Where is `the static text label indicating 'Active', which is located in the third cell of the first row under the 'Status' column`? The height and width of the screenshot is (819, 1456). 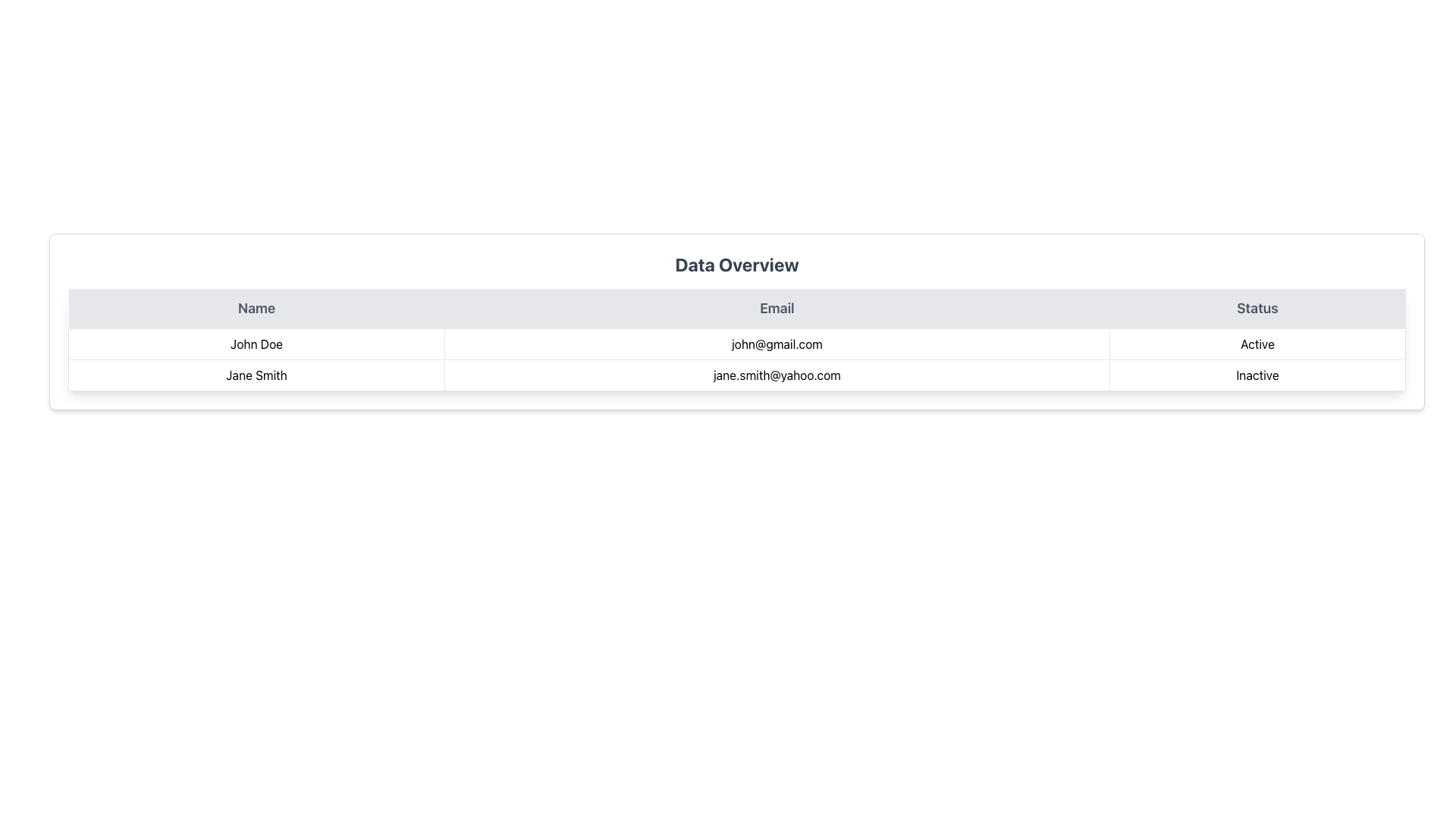
the static text label indicating 'Active', which is located in the third cell of the first row under the 'Status' column is located at coordinates (1257, 344).